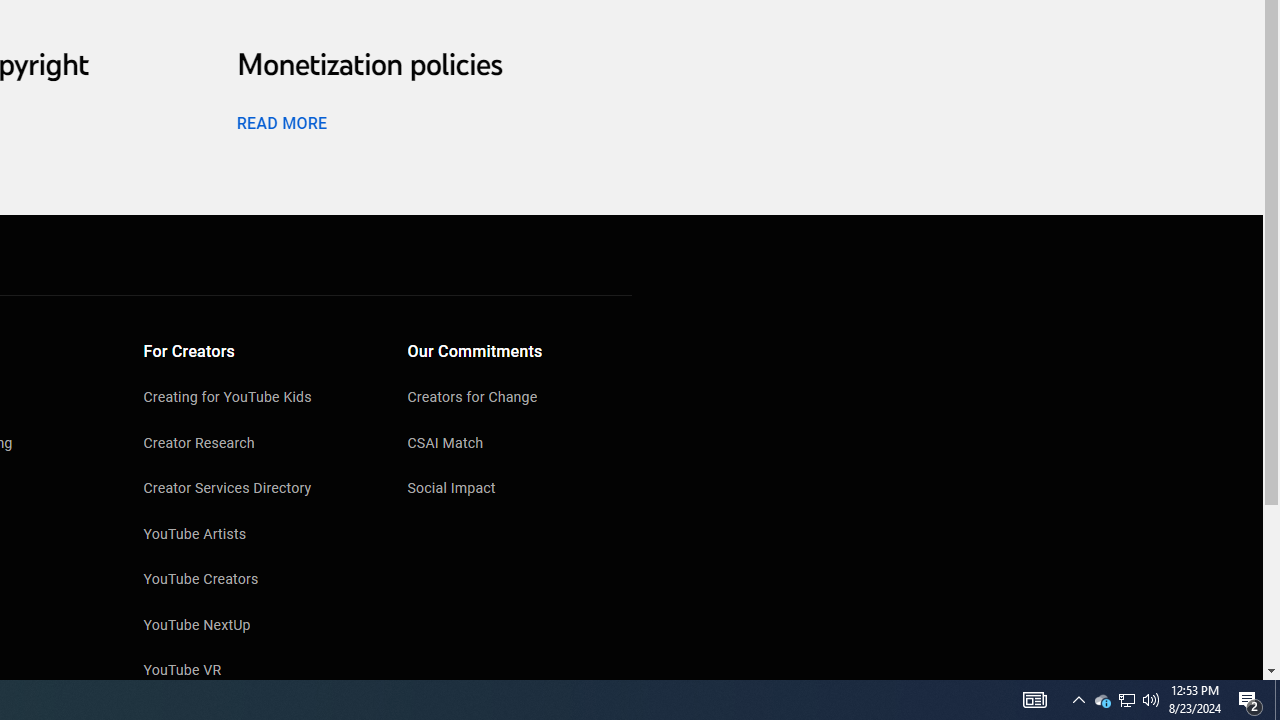  What do you see at coordinates (255, 581) in the screenshot?
I see `'YouTube Creators'` at bounding box center [255, 581].